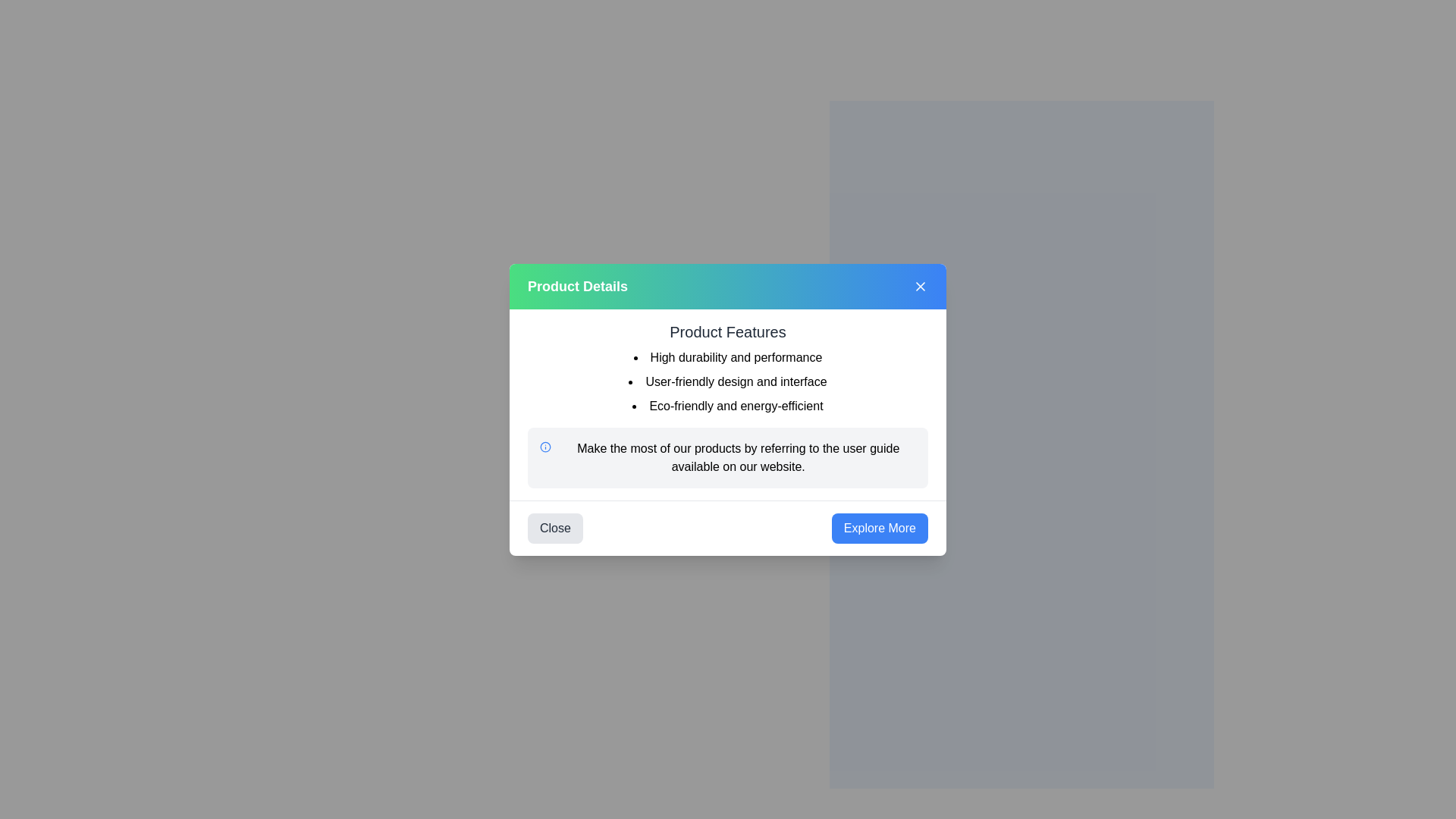 This screenshot has height=819, width=1456. Describe the element at coordinates (728, 380) in the screenshot. I see `the second item in a vertical bulleted list` at that location.